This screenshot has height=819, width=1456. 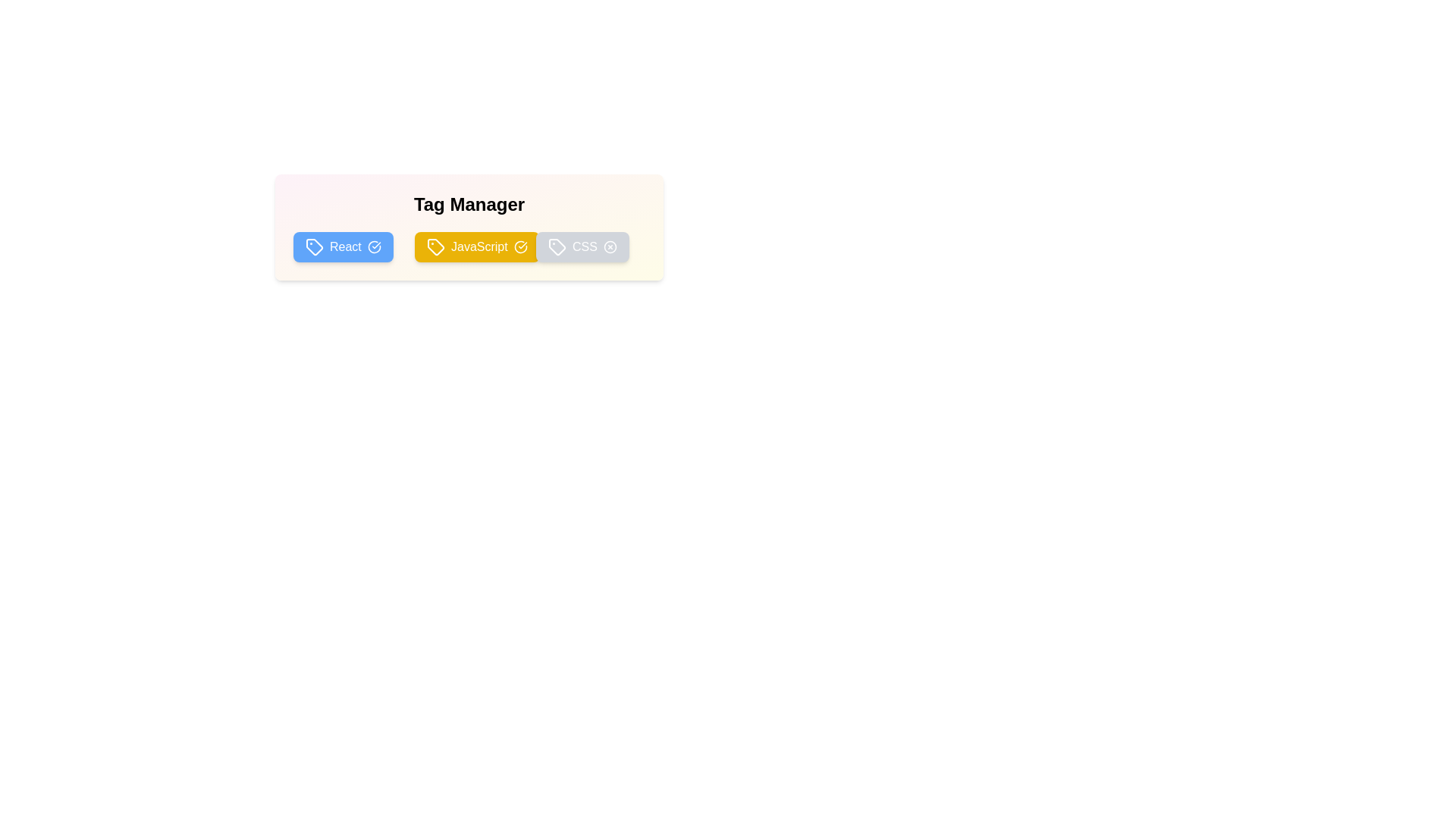 I want to click on the tag CSS, so click(x=582, y=246).